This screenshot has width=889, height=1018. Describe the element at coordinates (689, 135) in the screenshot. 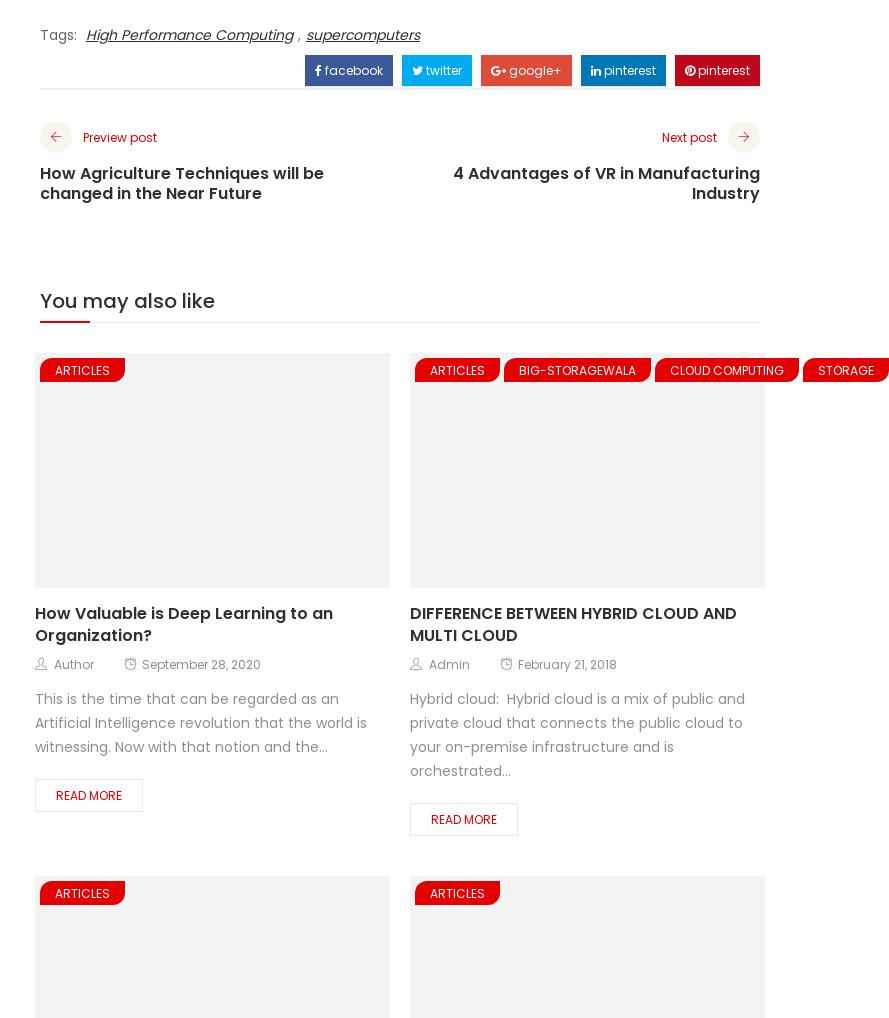

I see `'Next post'` at that location.